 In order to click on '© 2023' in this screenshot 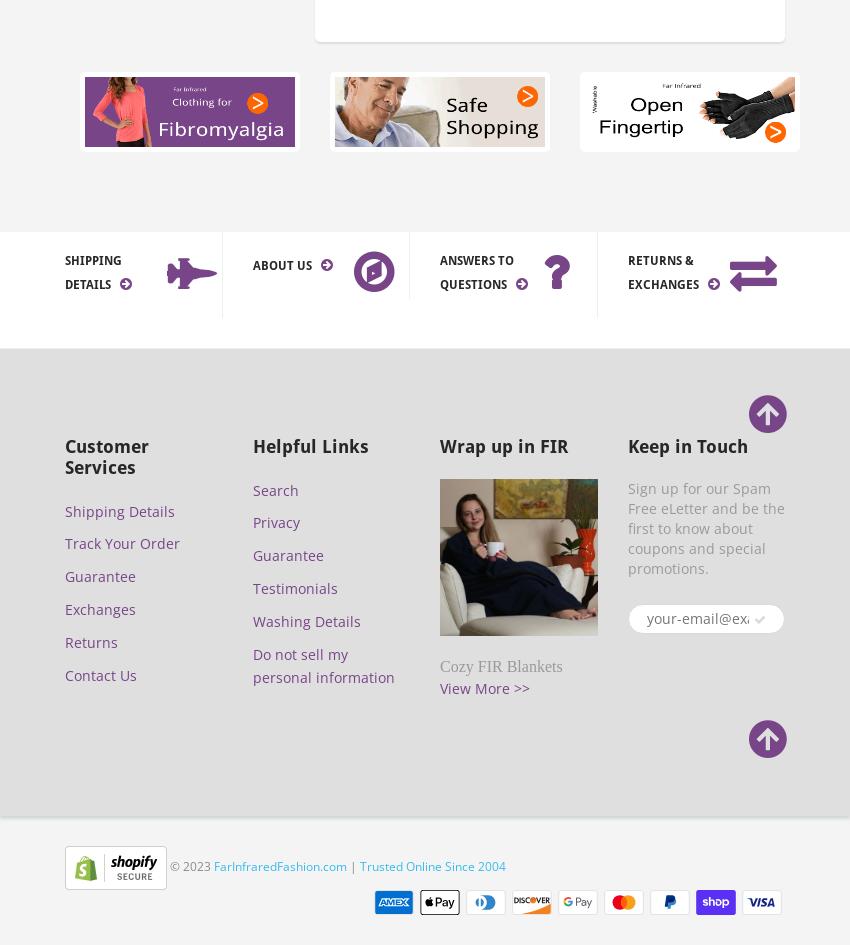, I will do `click(189, 866)`.